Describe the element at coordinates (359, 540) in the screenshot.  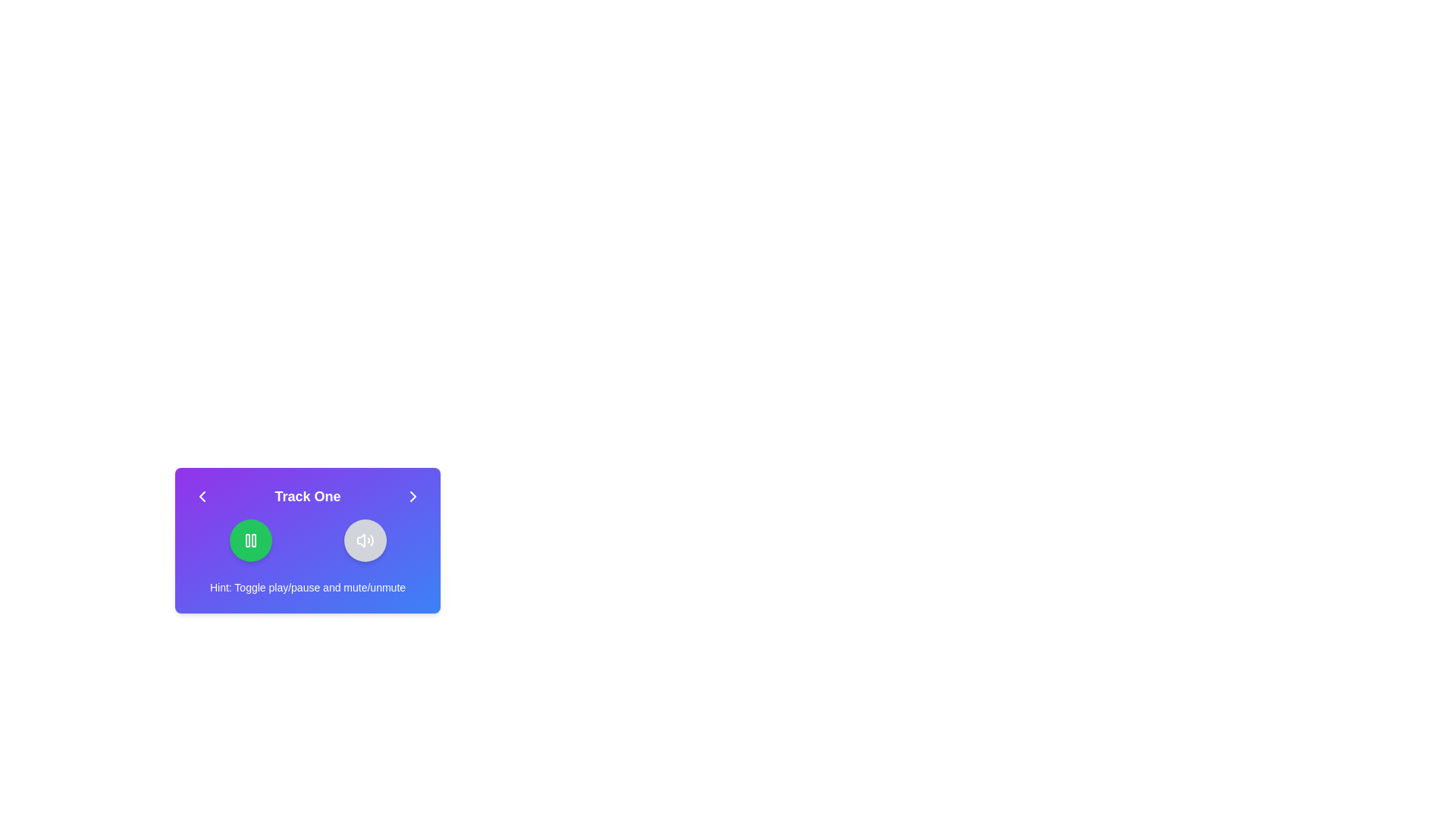
I see `the mute/unmute icon located to the right of the track name and play button` at that location.